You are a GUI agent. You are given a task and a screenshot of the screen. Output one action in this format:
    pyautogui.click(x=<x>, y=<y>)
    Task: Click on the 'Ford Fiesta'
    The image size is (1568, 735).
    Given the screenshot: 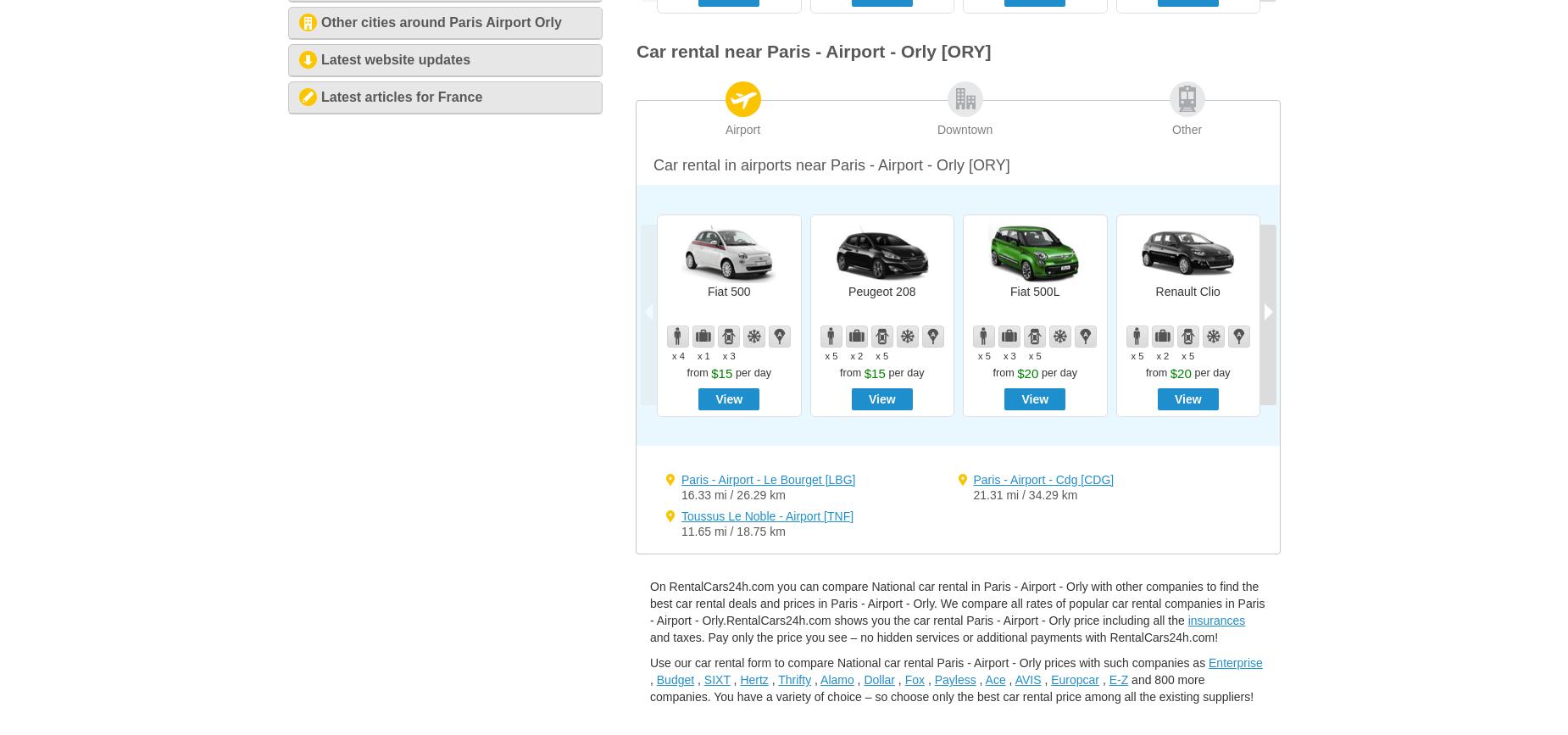 What is the action you would take?
    pyautogui.click(x=1493, y=290)
    